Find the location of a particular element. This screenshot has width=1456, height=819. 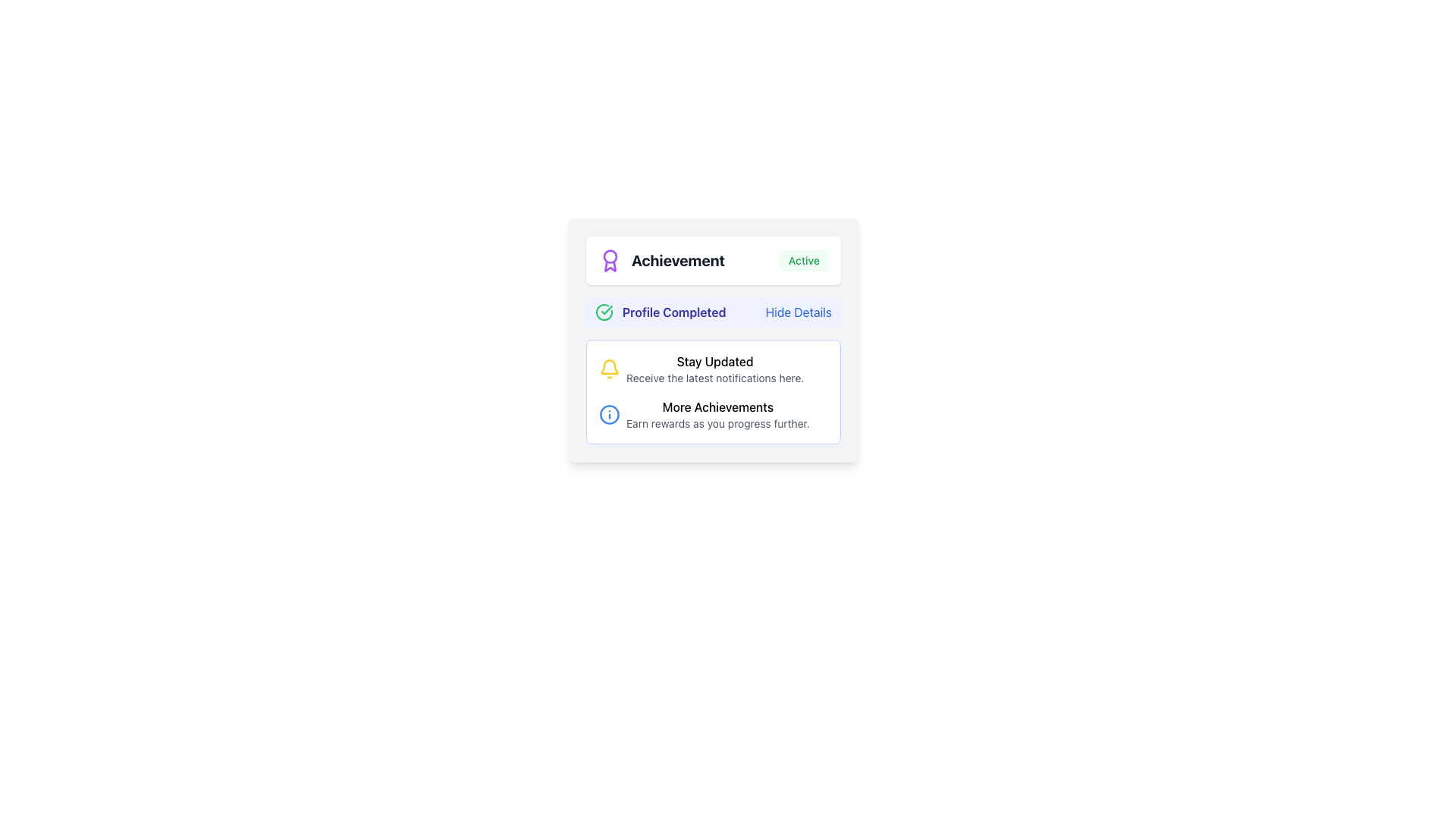

the Textual information block that provides information about achievements and rewards, located underneath the 'Stay Updated' text component is located at coordinates (717, 415).